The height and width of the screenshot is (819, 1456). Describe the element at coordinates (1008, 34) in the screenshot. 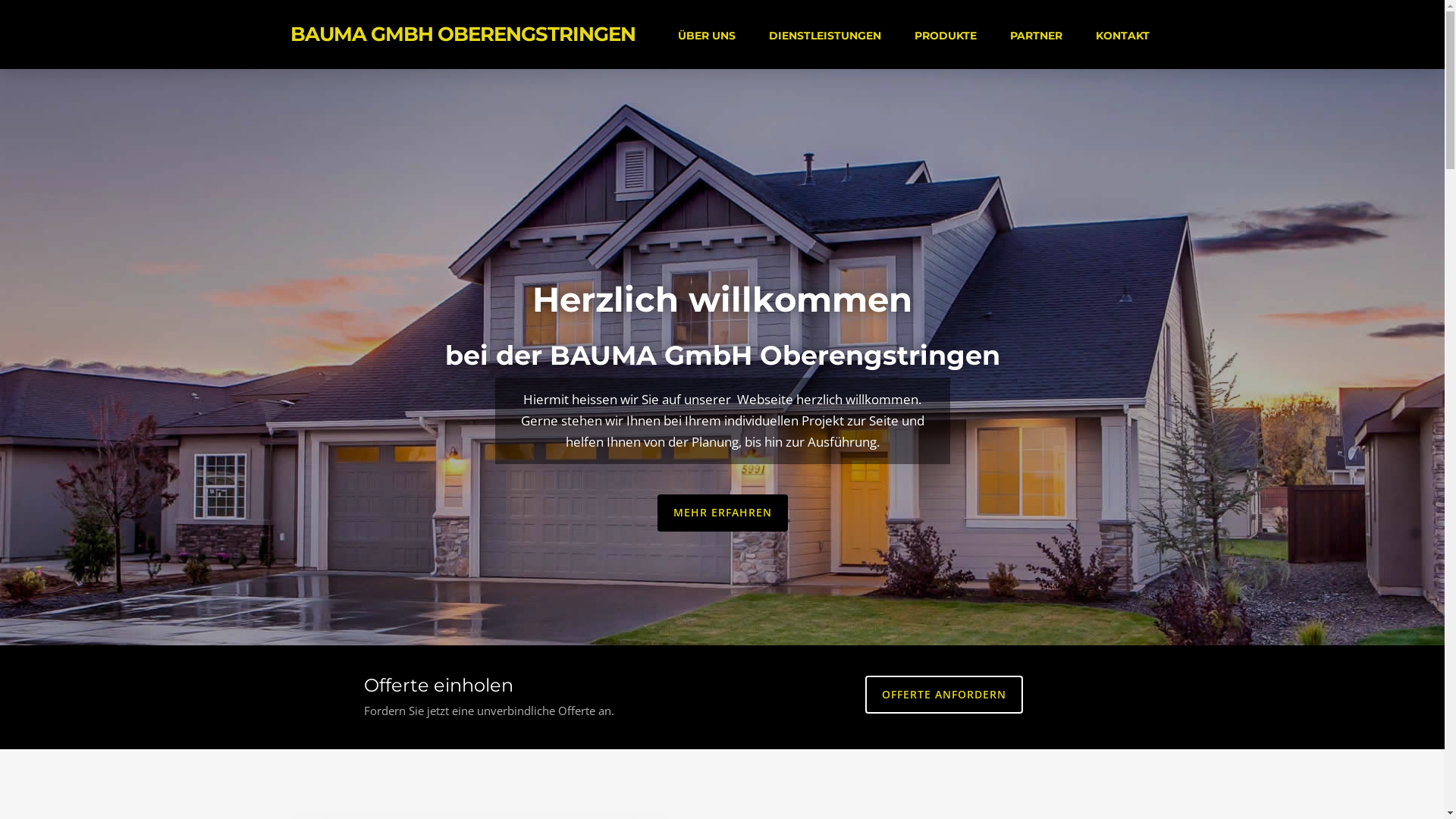

I see `'PARTNER'` at that location.